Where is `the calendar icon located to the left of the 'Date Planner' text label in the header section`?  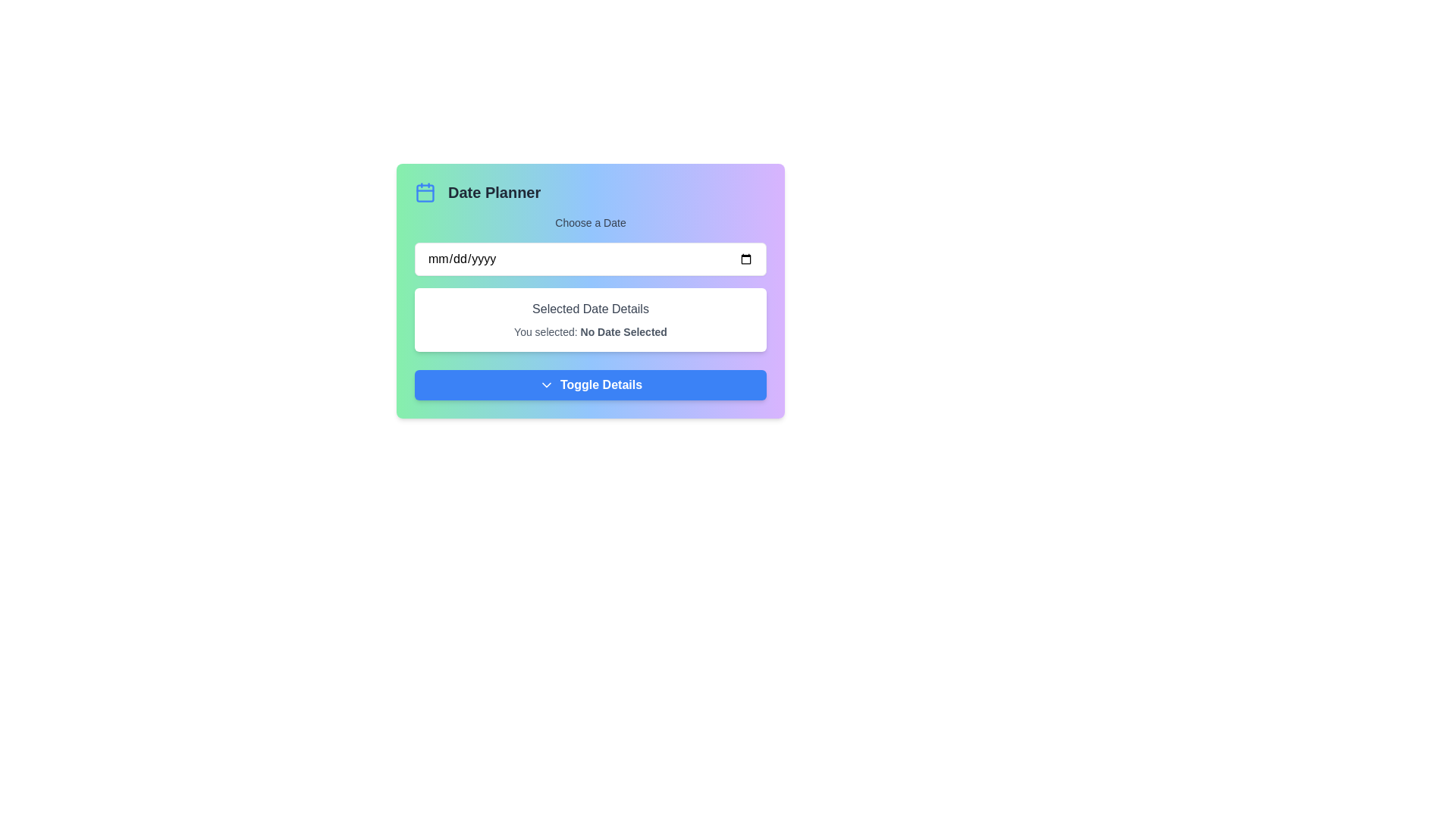
the calendar icon located to the left of the 'Date Planner' text label in the header section is located at coordinates (425, 192).